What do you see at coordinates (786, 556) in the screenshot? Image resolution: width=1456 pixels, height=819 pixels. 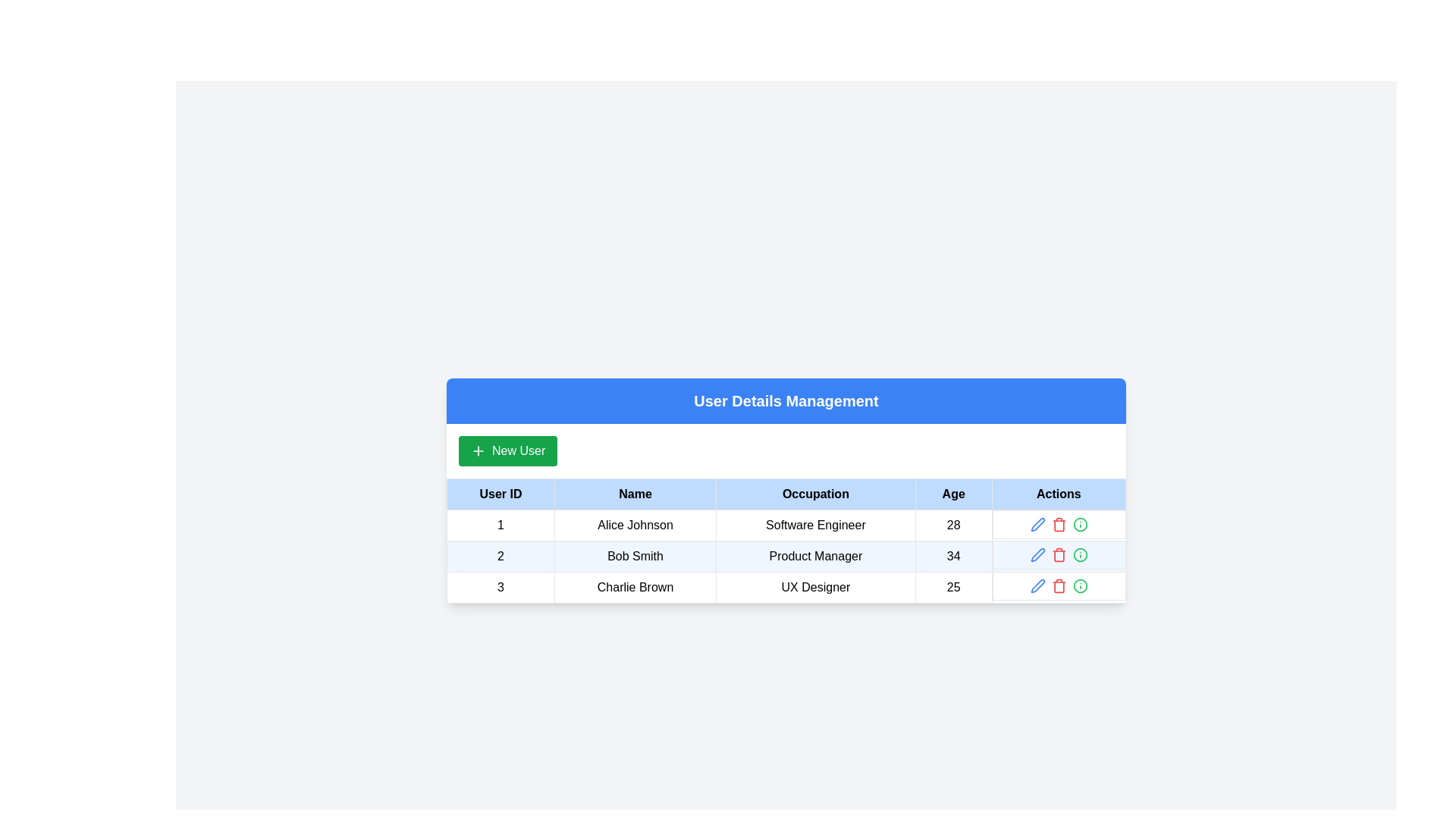 I see `the second row of the user information table` at bounding box center [786, 556].